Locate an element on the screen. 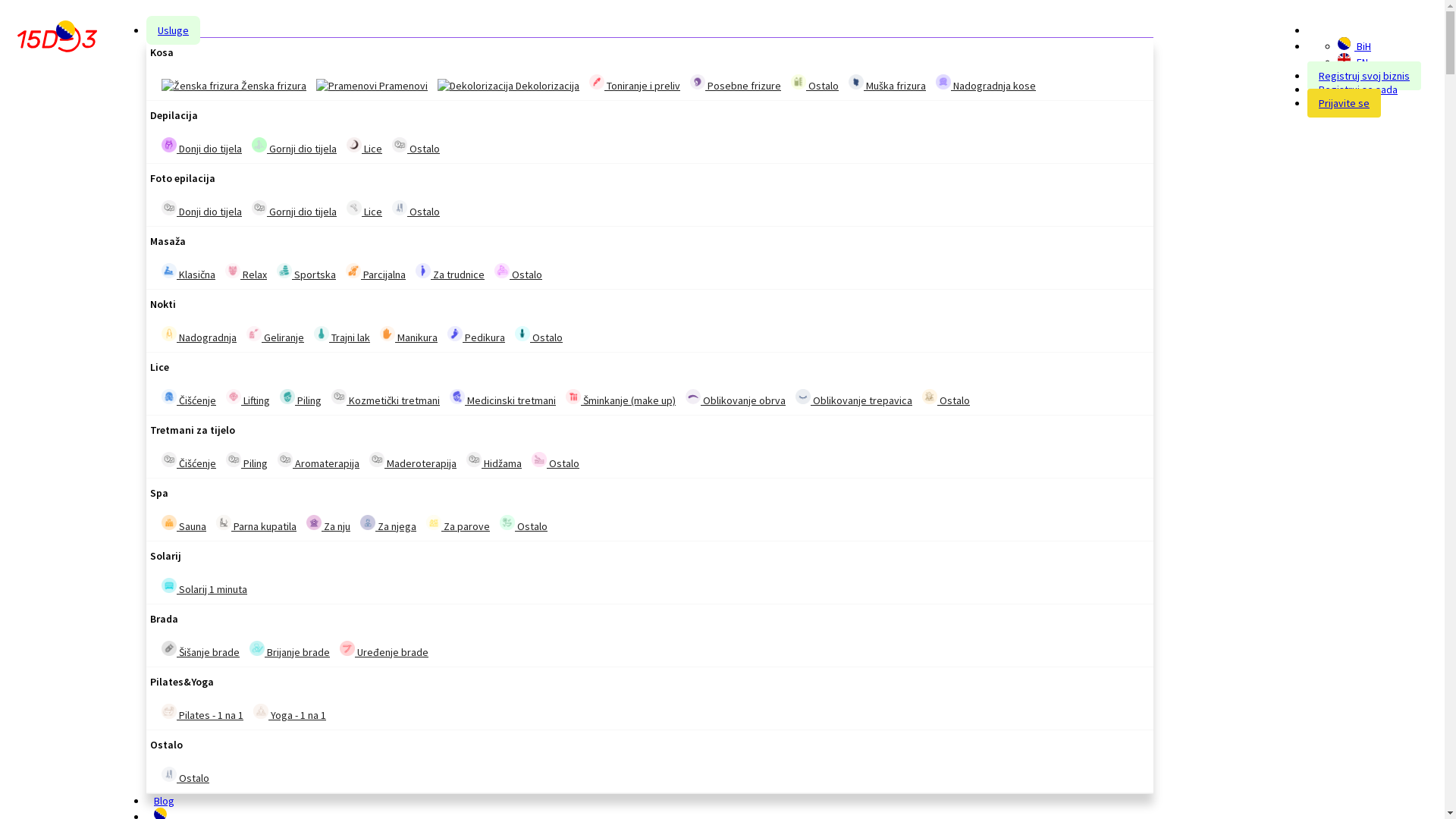 This screenshot has height=819, width=1456. 'Blog' is located at coordinates (146, 800).